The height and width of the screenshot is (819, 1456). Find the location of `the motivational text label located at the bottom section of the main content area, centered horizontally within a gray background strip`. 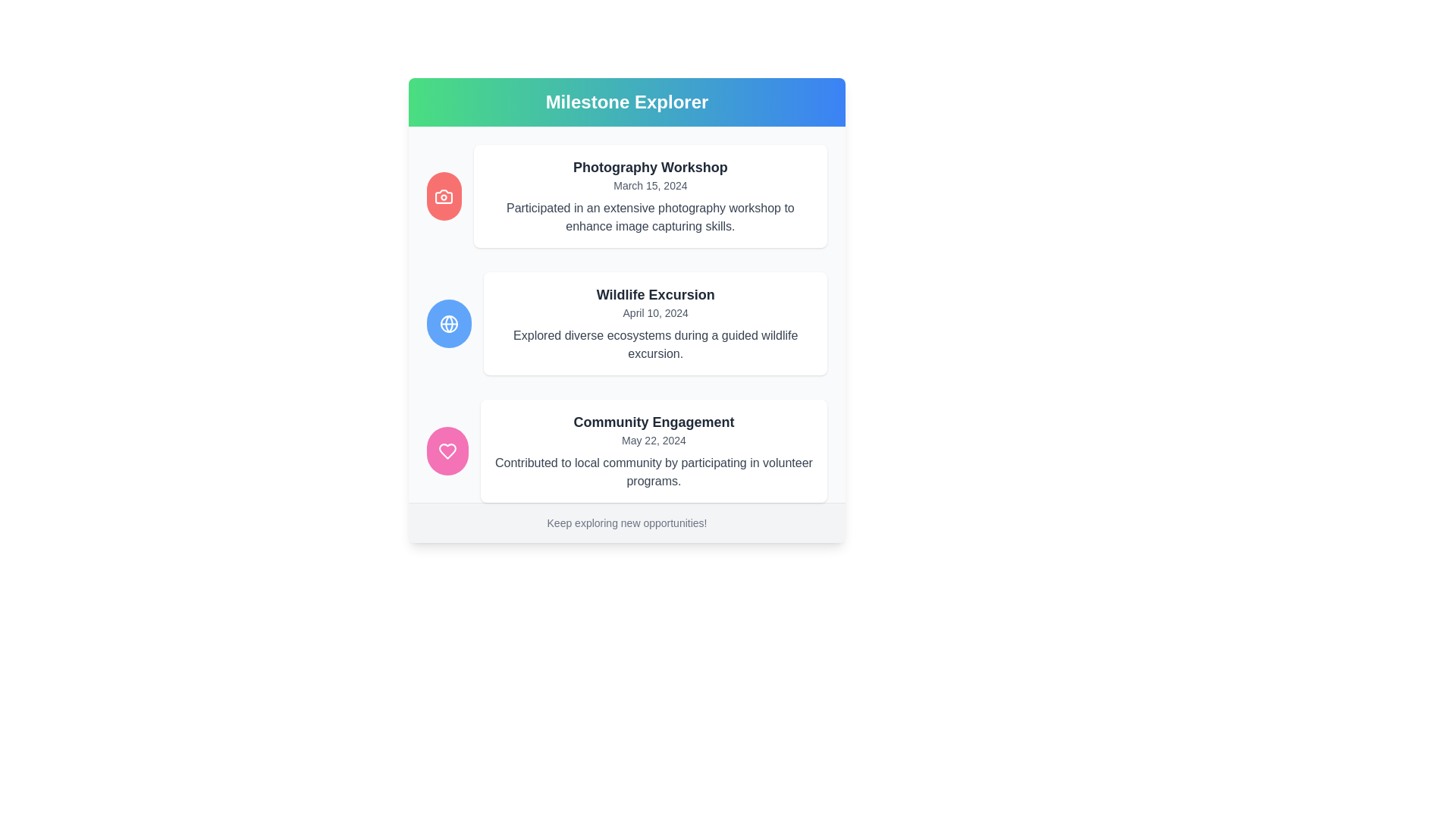

the motivational text label located at the bottom section of the main content area, centered horizontally within a gray background strip is located at coordinates (626, 522).